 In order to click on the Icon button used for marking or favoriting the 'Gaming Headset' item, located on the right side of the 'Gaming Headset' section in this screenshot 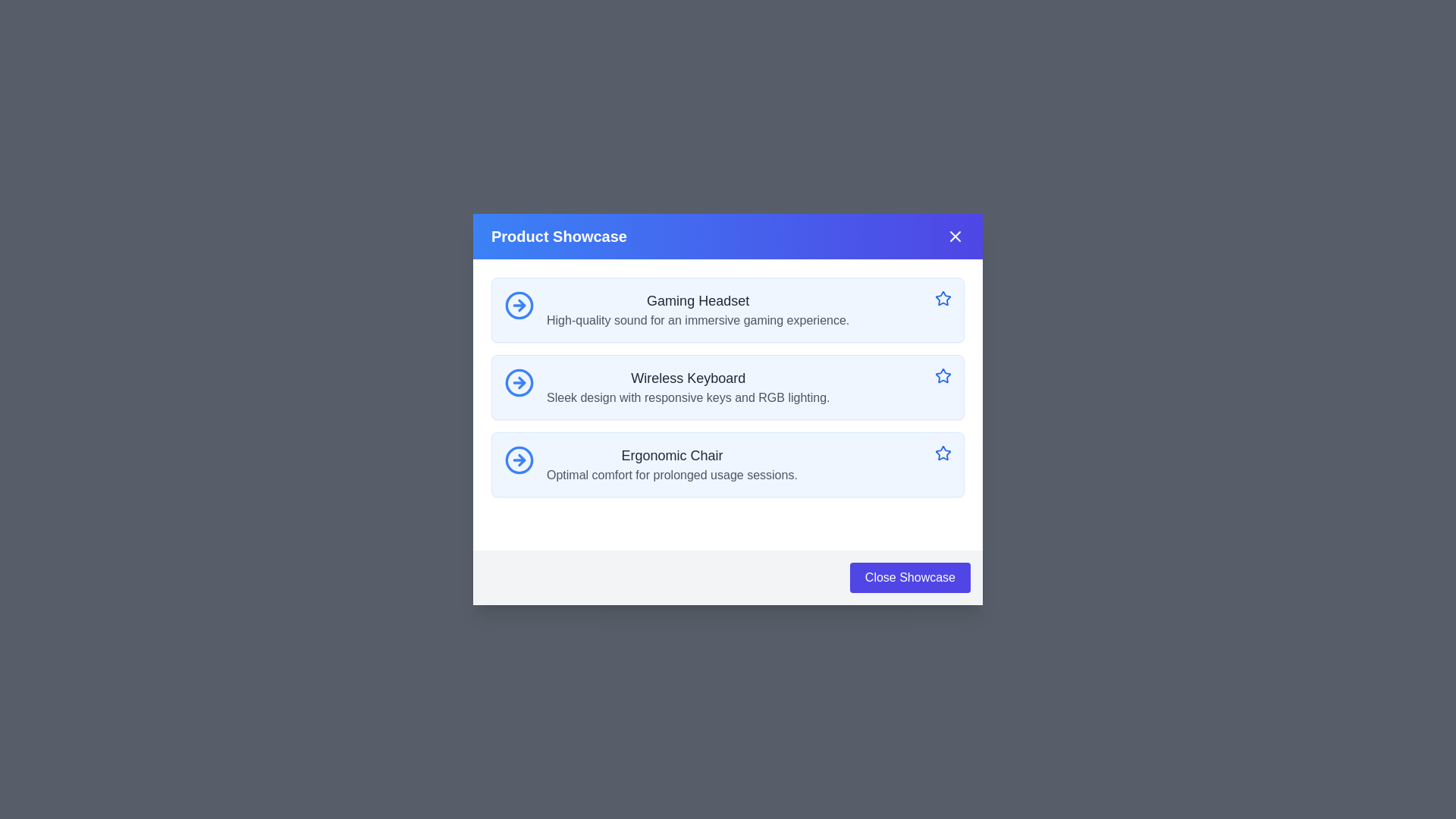, I will do `click(942, 298)`.